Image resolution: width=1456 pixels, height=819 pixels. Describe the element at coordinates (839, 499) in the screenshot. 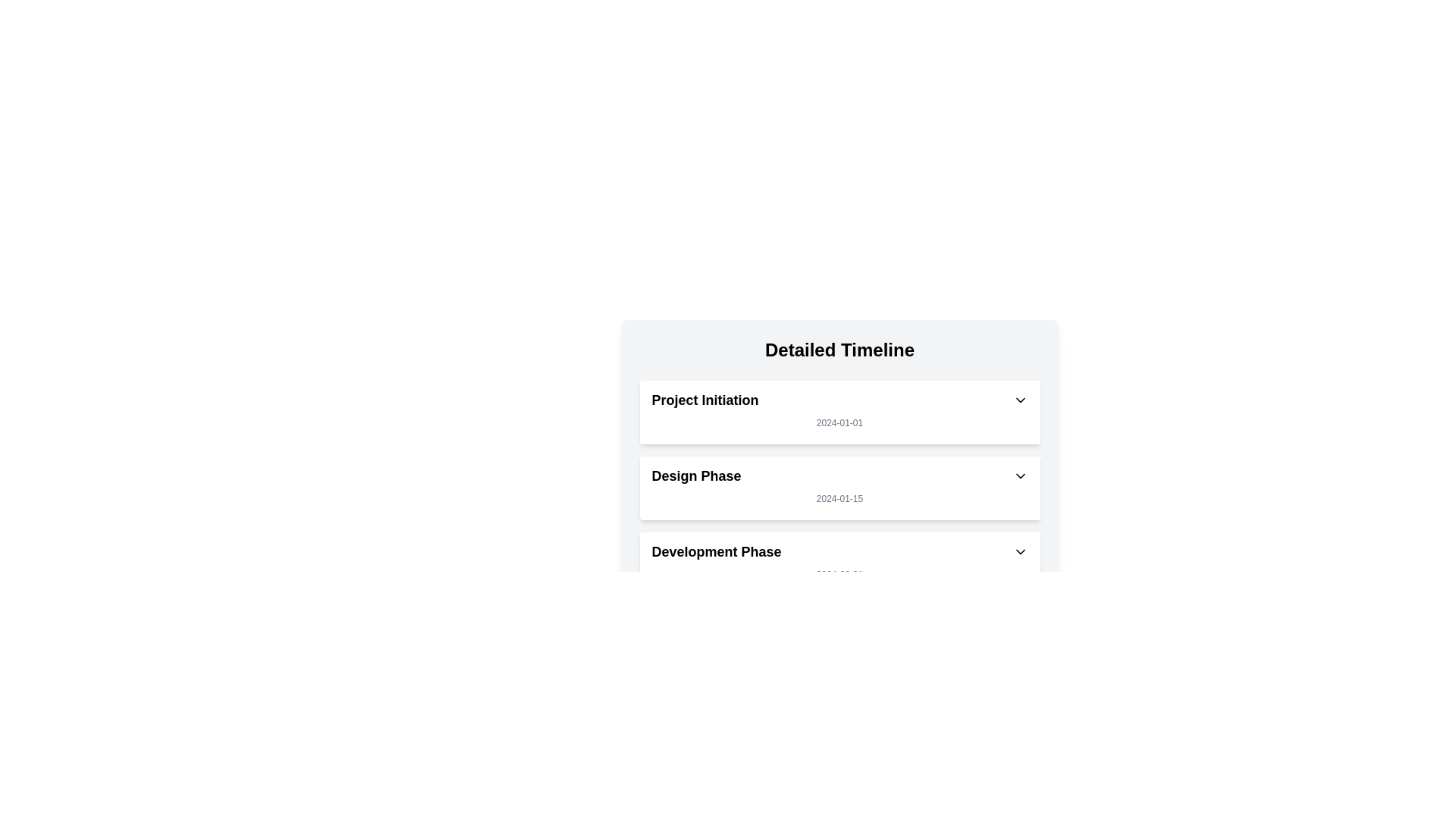

I see `the text label displaying the date '2024-01-15' styled in a small gray font, located below the 'Design Phase' title` at that location.